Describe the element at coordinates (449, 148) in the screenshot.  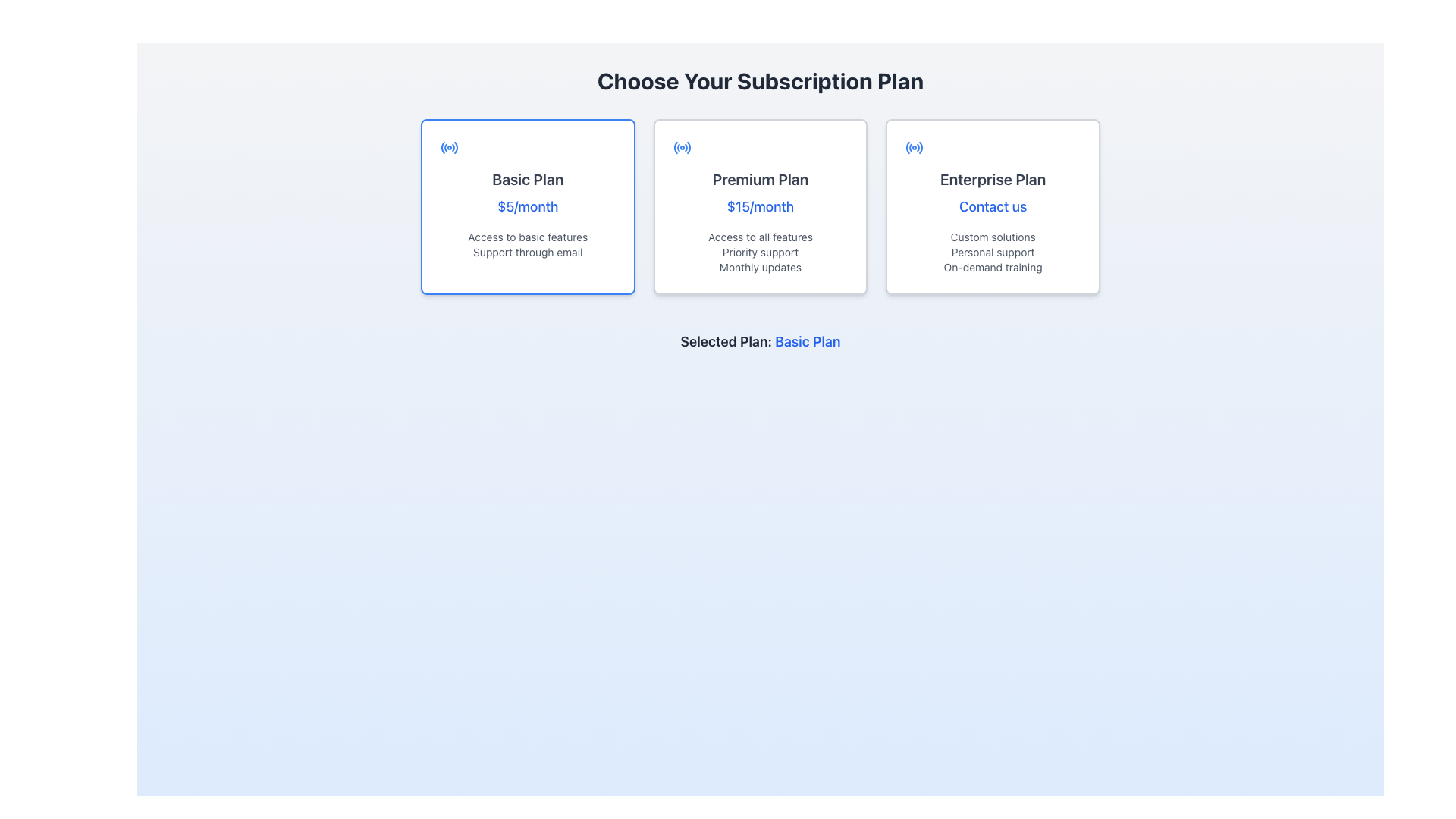
I see `the circular blue icon with radiating curves located above the 'Basic Plan' text` at that location.